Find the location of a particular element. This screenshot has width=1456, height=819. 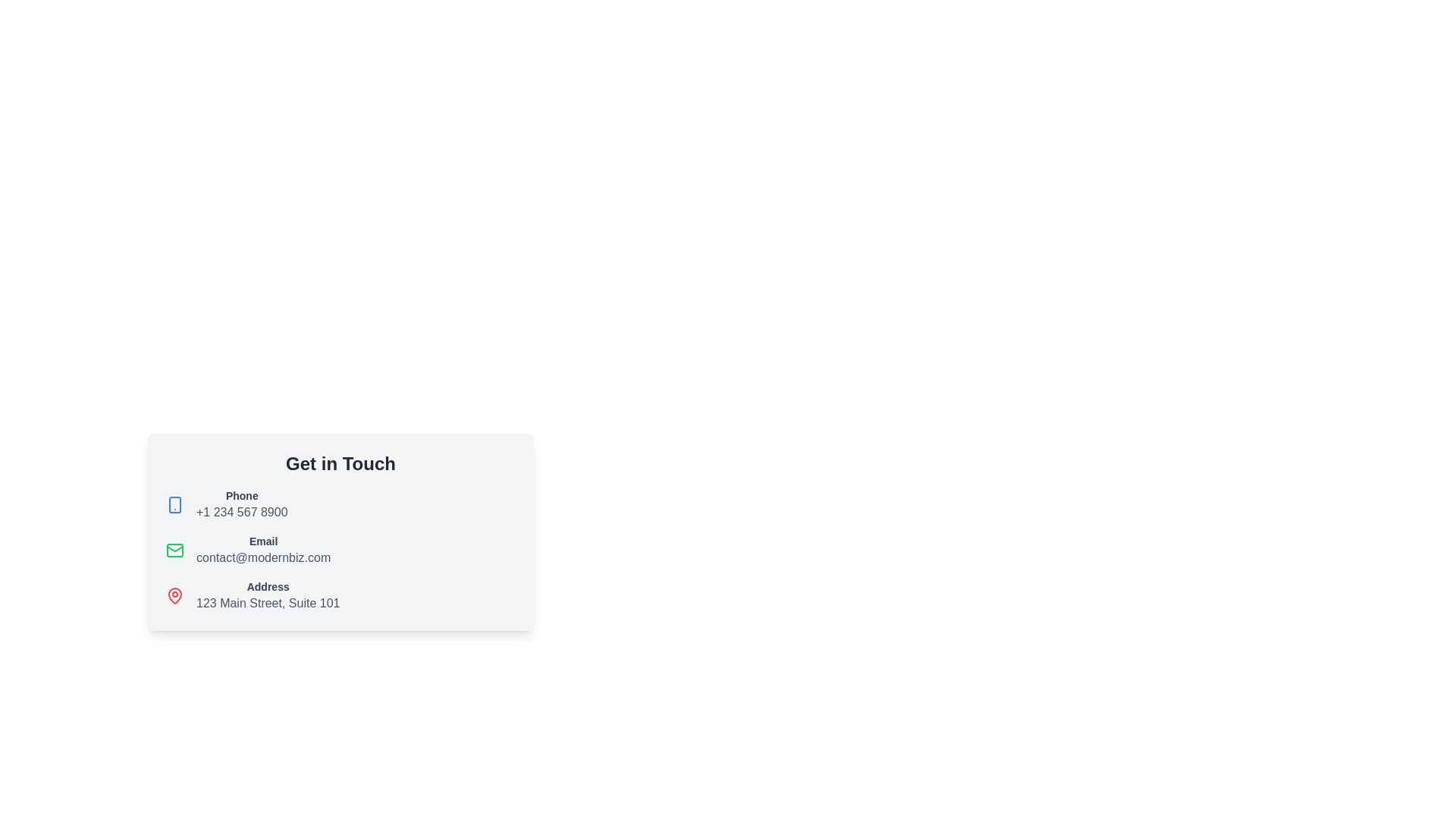

and drag is located at coordinates (263, 550).